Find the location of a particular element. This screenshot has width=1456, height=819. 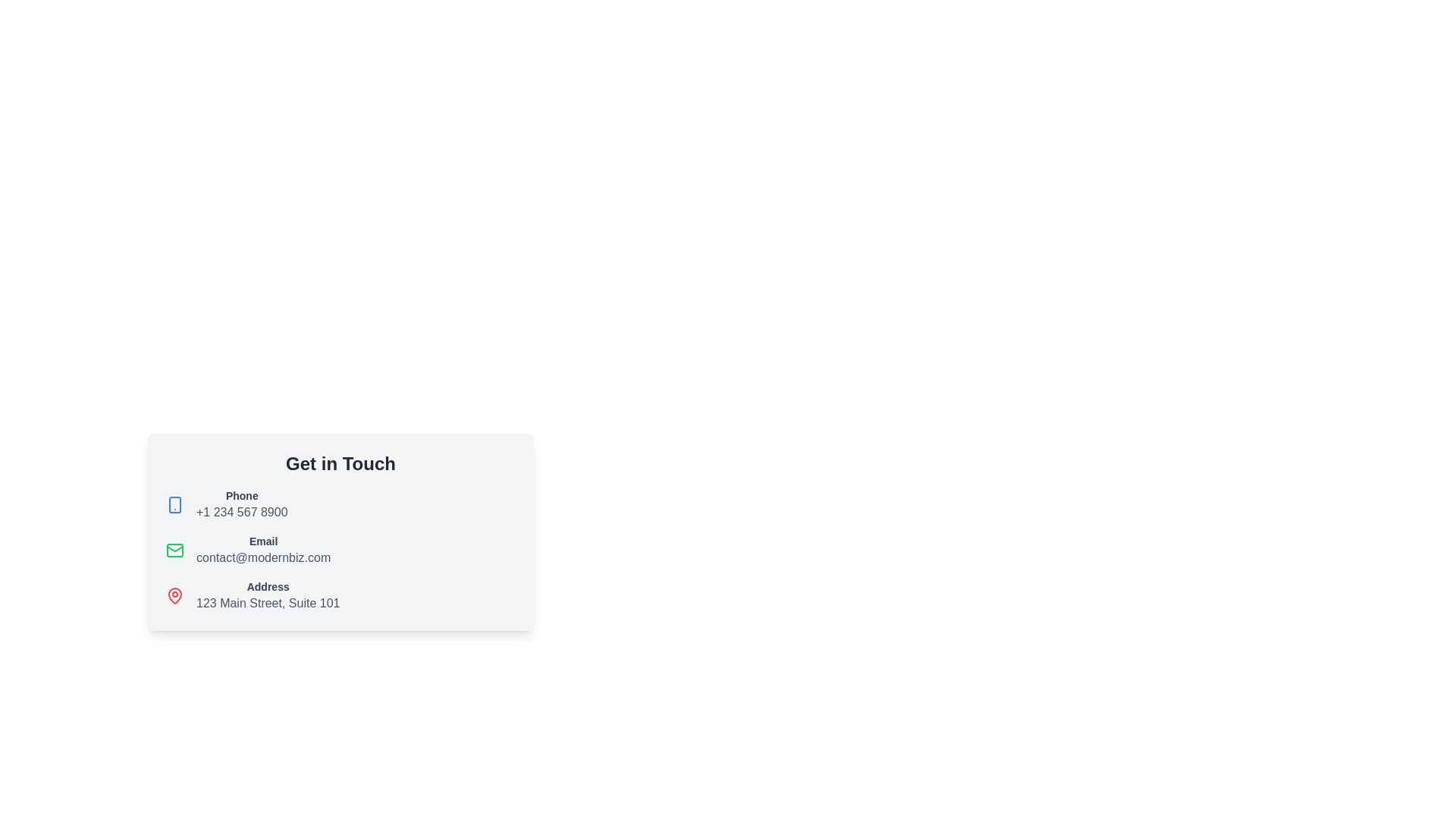

and drag is located at coordinates (263, 550).